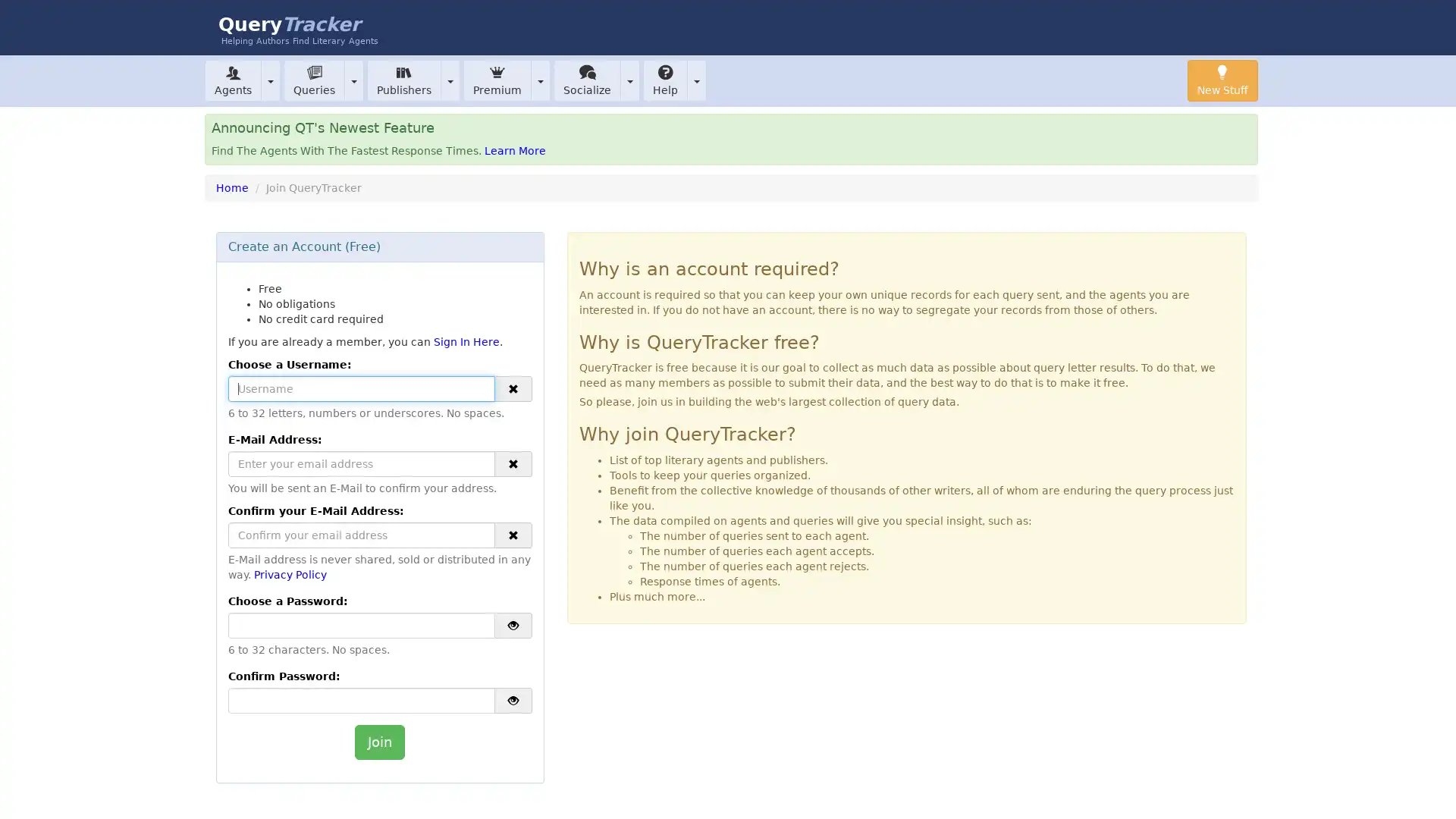  I want to click on Join, so click(379, 742).